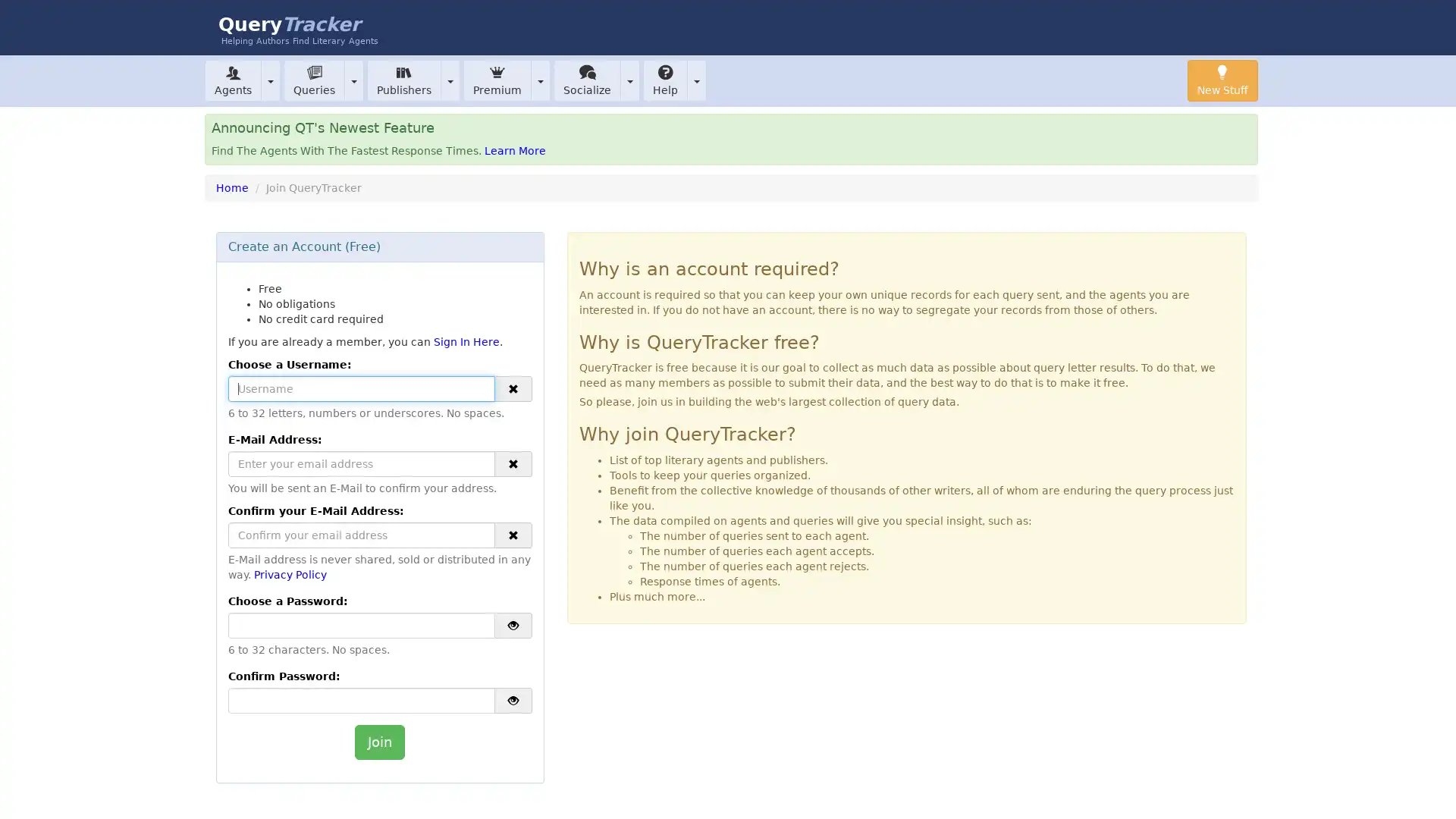  I want to click on Join, so click(379, 742).